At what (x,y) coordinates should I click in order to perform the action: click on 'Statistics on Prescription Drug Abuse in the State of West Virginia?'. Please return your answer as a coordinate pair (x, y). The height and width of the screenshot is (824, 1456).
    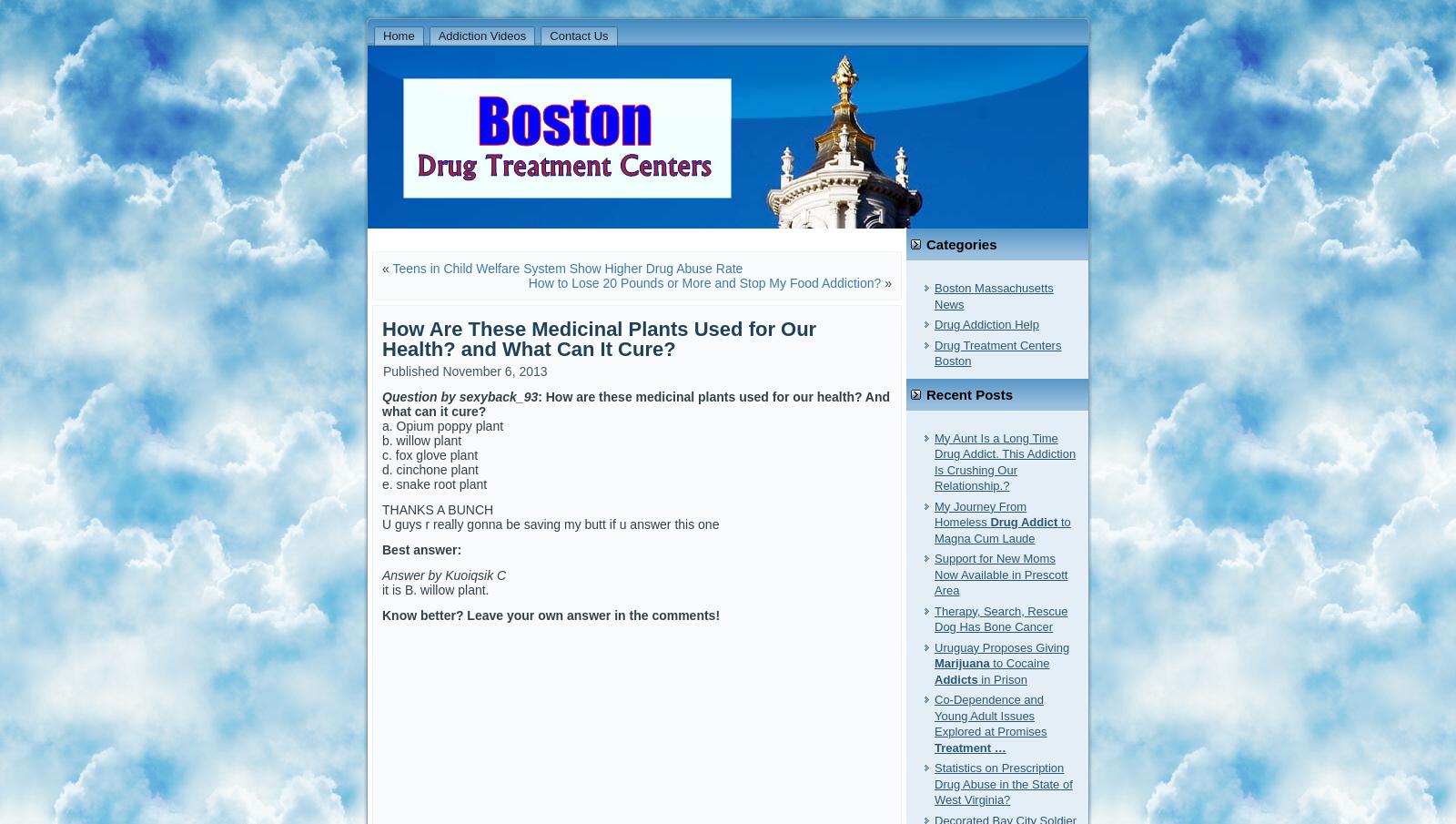
    Looking at the image, I should click on (1003, 784).